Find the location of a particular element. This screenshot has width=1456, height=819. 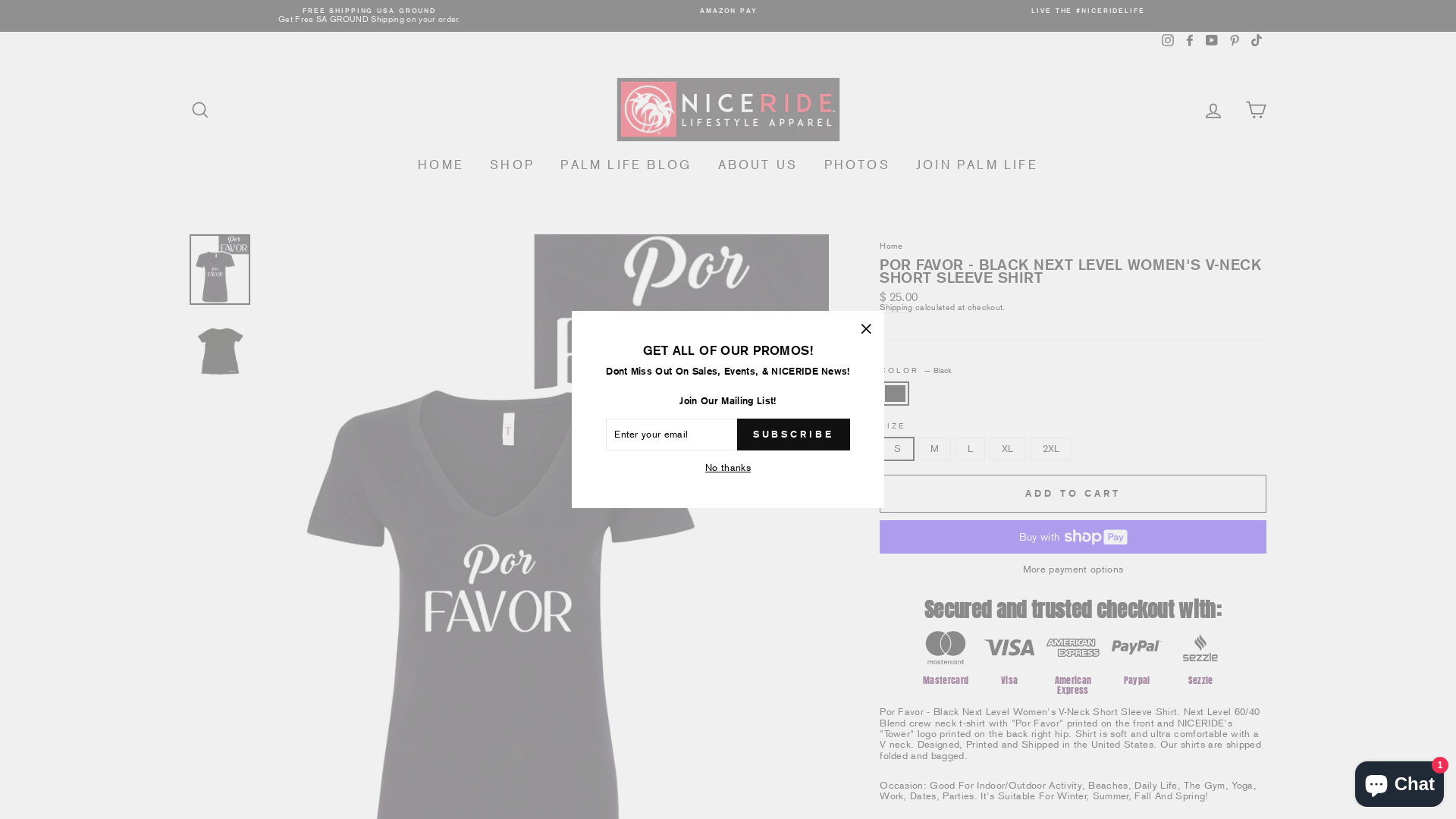

'PALM LIFE BLOG' is located at coordinates (626, 165).